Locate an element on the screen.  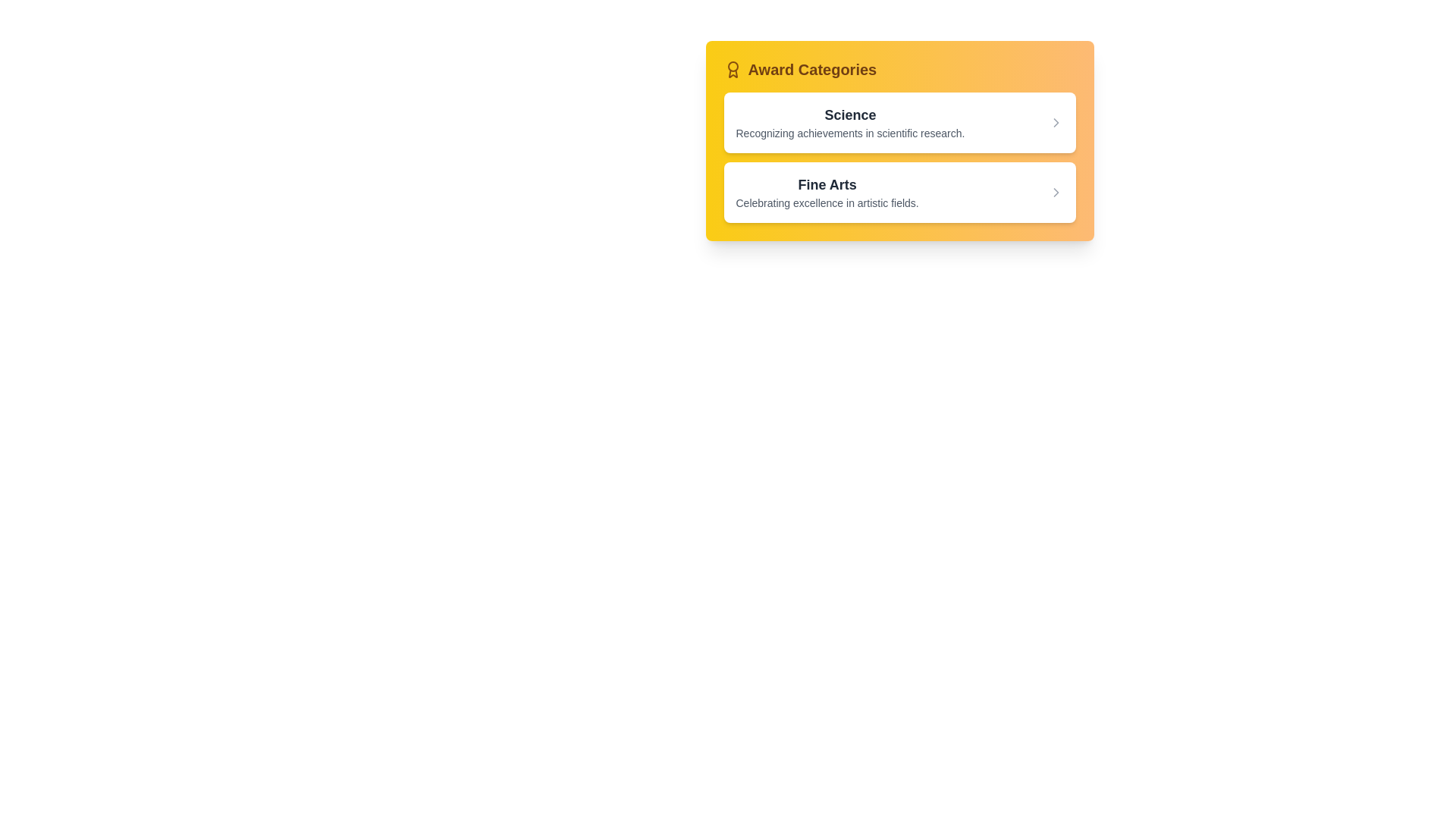
the interactive labeled item for the 'Science' category in the 'Award Categories' section is located at coordinates (850, 122).